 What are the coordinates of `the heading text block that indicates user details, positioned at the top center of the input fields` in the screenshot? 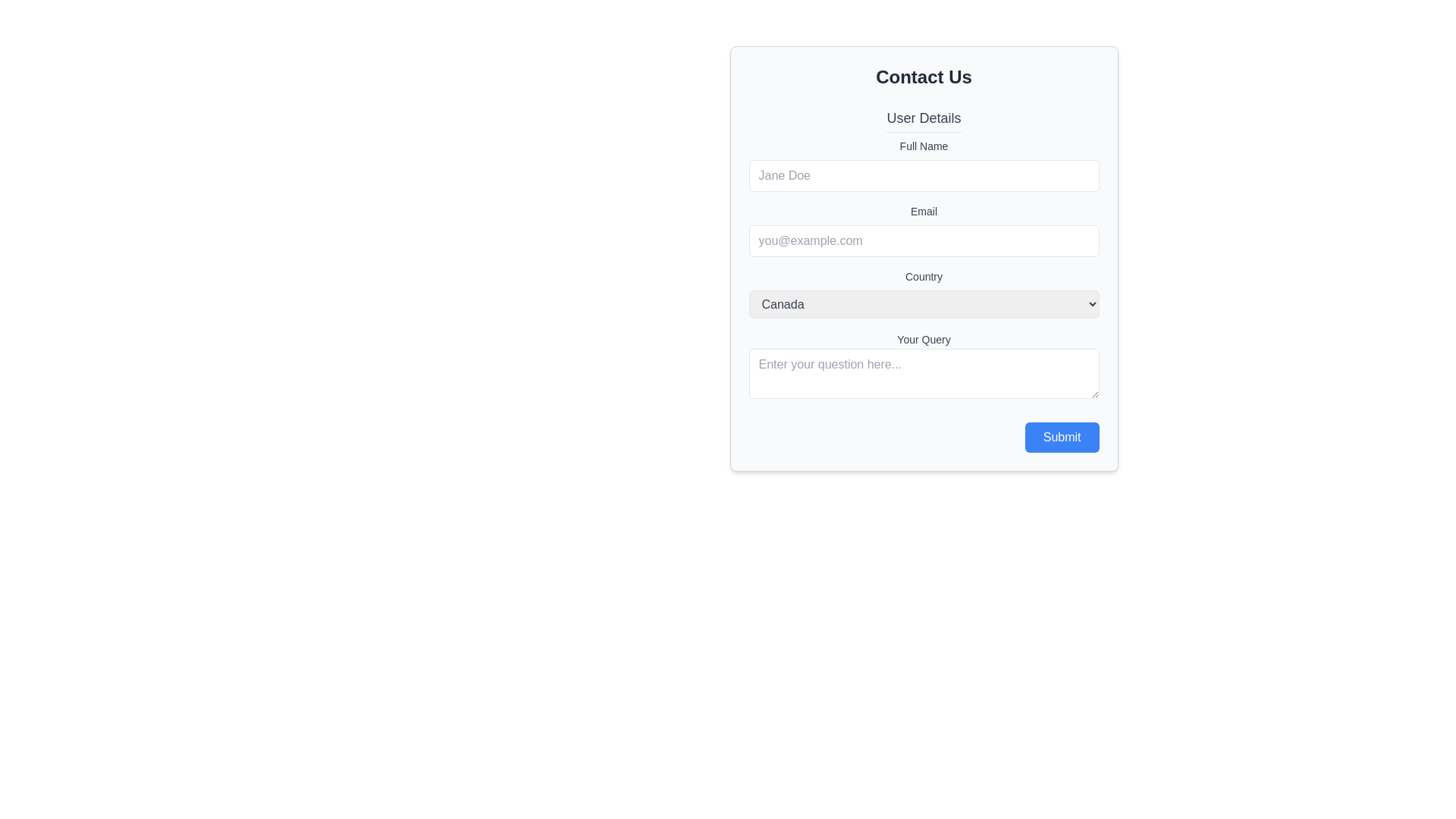 It's located at (923, 119).